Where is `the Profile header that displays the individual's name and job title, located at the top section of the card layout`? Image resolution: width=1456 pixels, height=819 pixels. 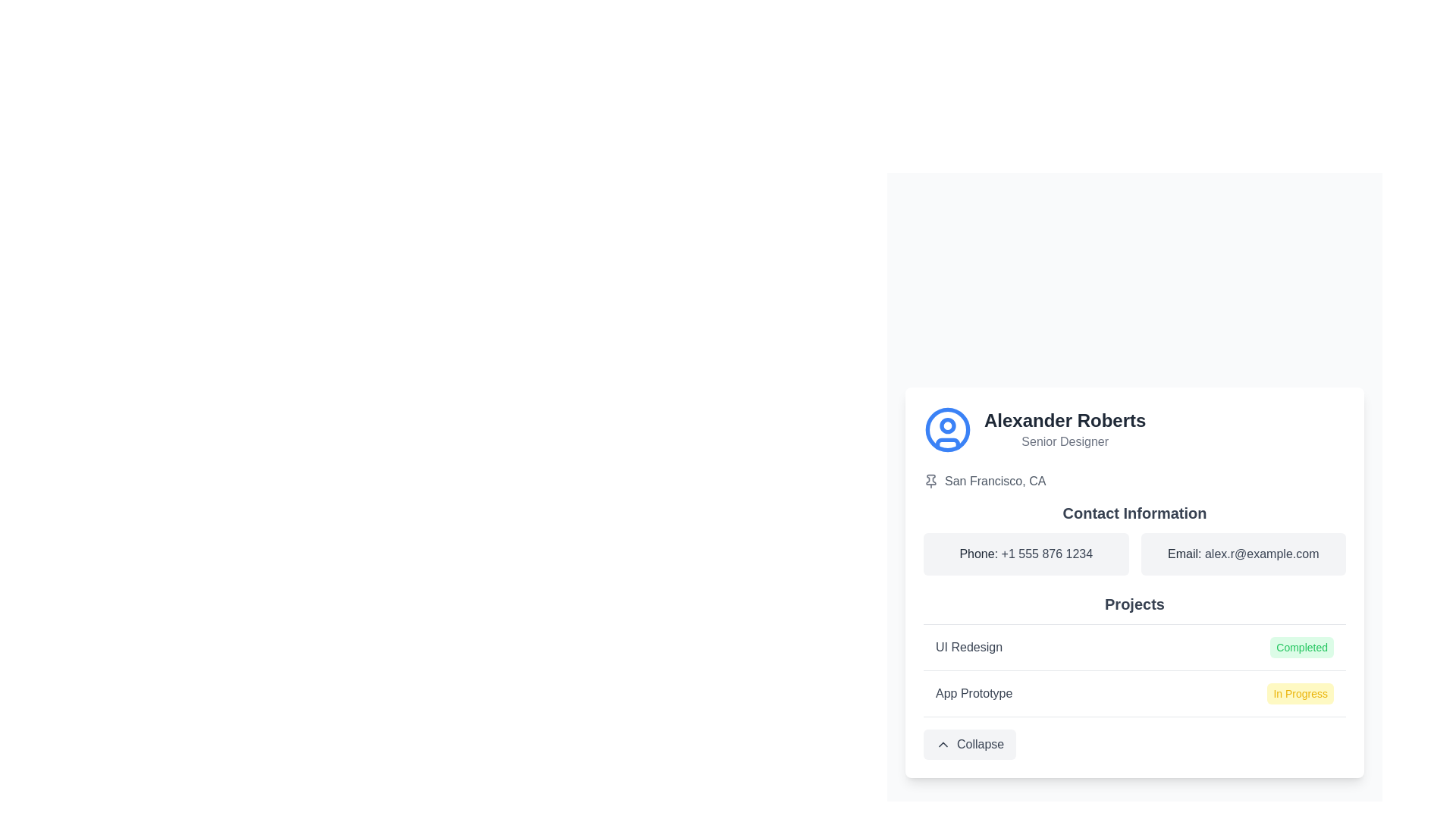 the Profile header that displays the individual's name and job title, located at the top section of the card layout is located at coordinates (1134, 429).